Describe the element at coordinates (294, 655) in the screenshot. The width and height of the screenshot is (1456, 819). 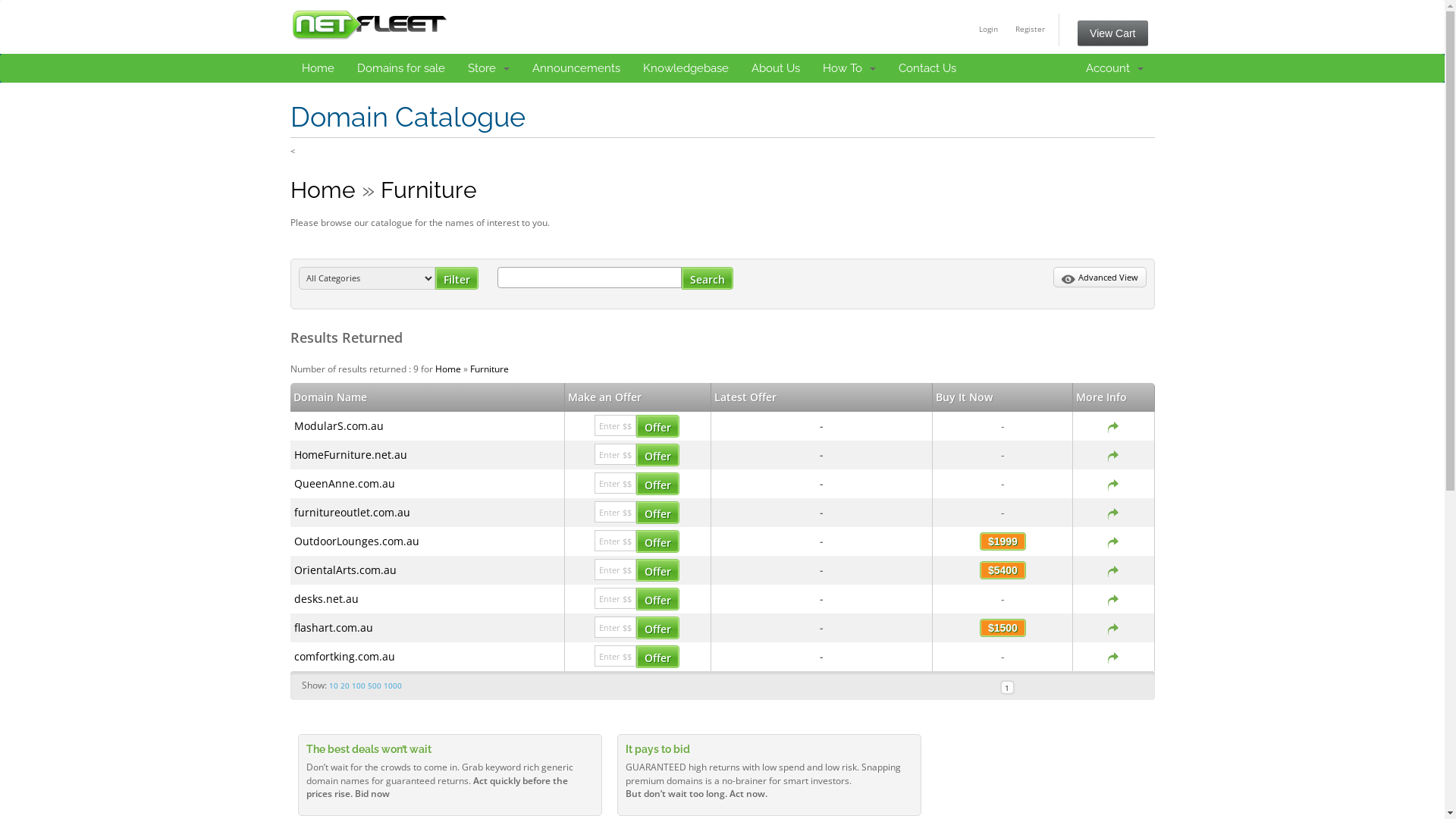
I see `'comfortking.com.au'` at that location.